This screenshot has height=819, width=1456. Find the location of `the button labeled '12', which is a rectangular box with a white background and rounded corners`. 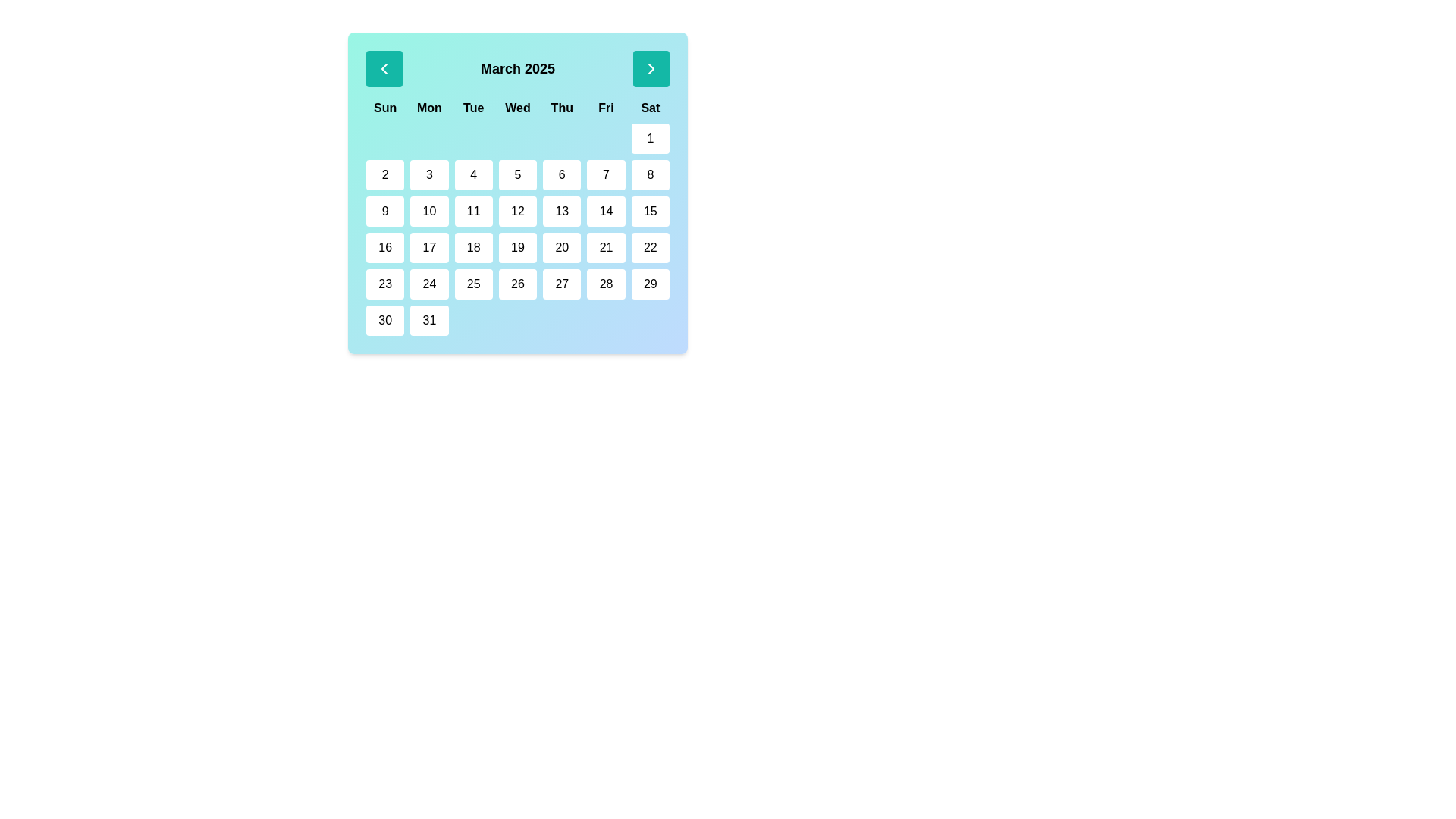

the button labeled '12', which is a rectangular box with a white background and rounded corners is located at coordinates (517, 211).